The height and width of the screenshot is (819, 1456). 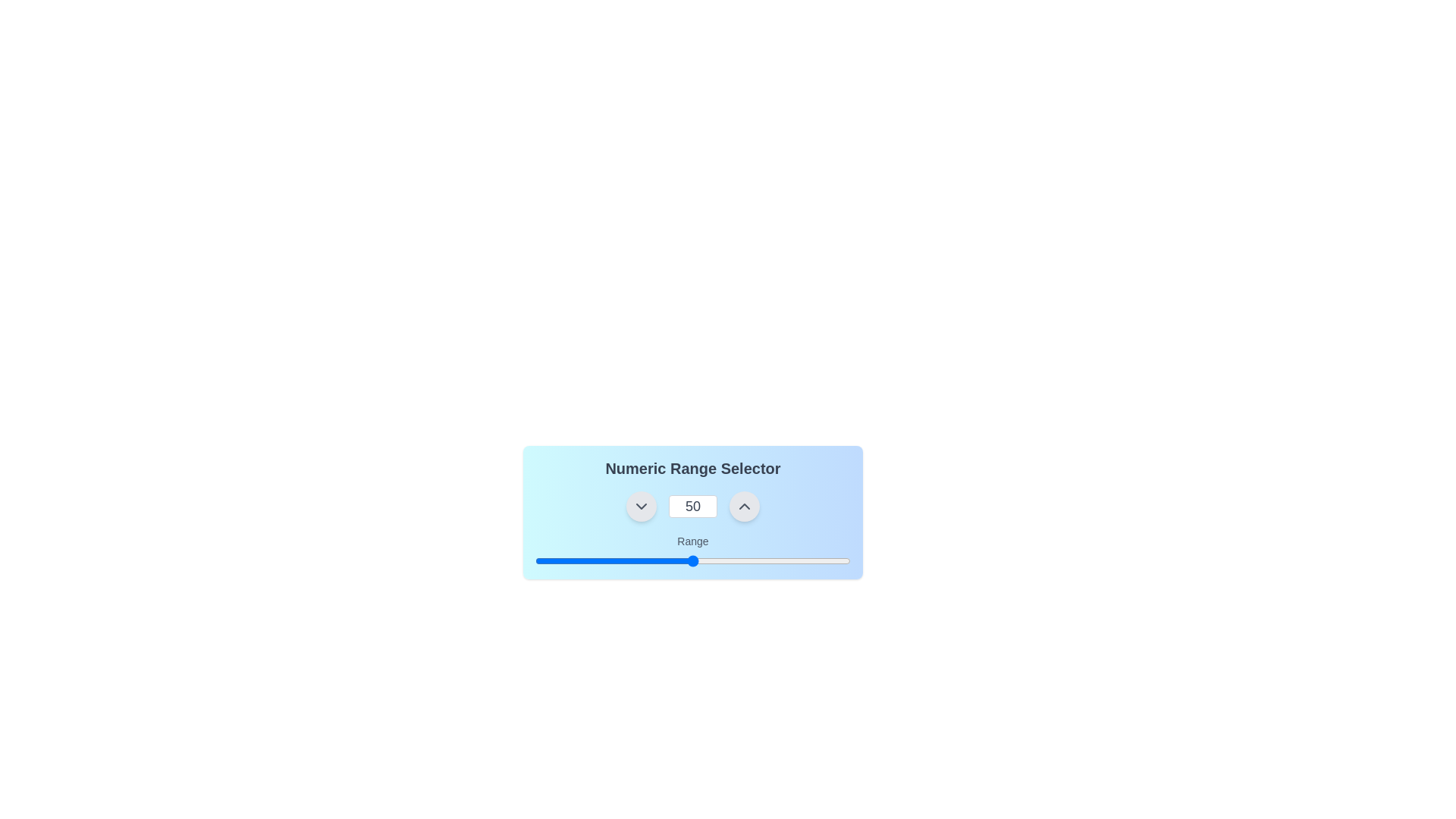 What do you see at coordinates (579, 561) in the screenshot?
I see `the slider` at bounding box center [579, 561].